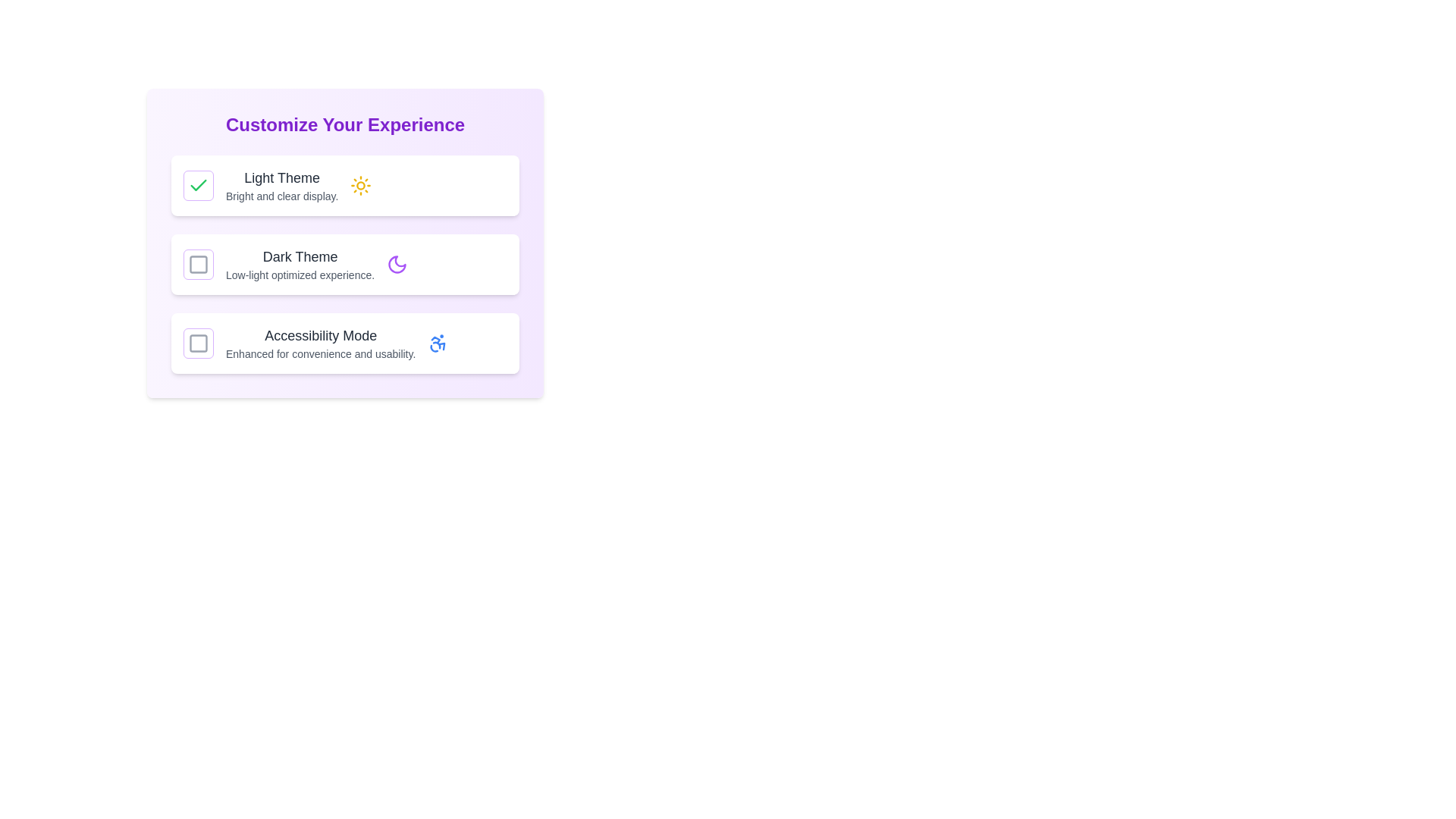 The image size is (1456, 819). I want to click on the SVG graphic component featuring a checkmark design, which is styled with a green stroke and is located to the left of the 'Light Theme' label in the selectable themes list, so click(198, 184).